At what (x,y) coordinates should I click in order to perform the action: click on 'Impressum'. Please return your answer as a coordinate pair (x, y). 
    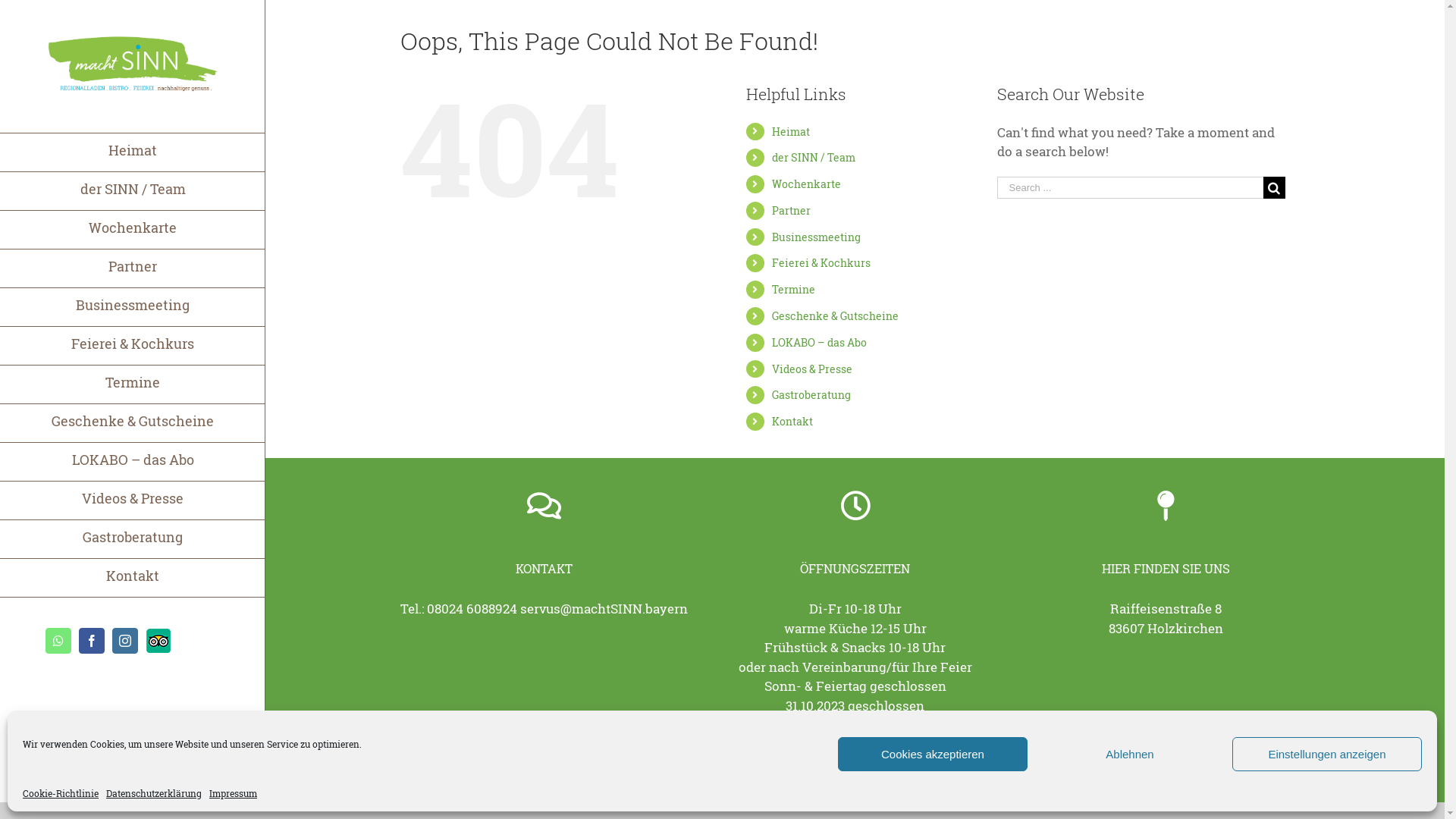
    Looking at the image, I should click on (232, 792).